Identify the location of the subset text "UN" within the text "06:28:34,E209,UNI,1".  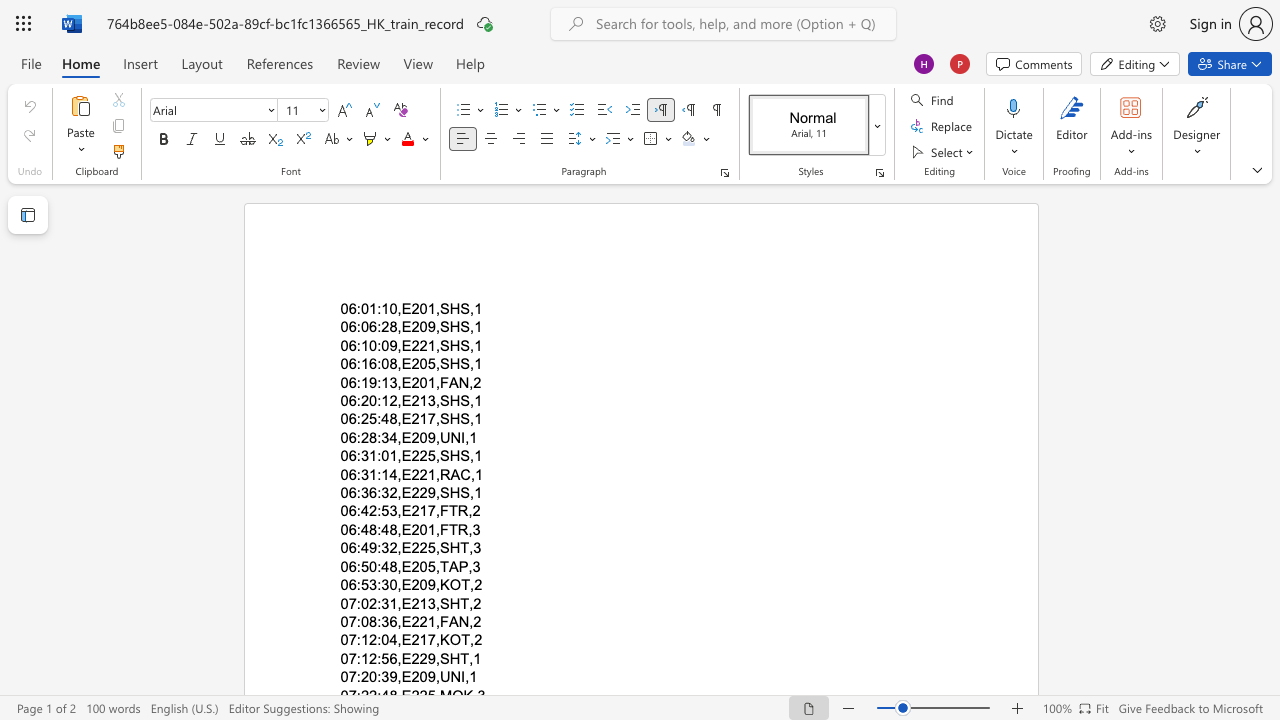
(438, 436).